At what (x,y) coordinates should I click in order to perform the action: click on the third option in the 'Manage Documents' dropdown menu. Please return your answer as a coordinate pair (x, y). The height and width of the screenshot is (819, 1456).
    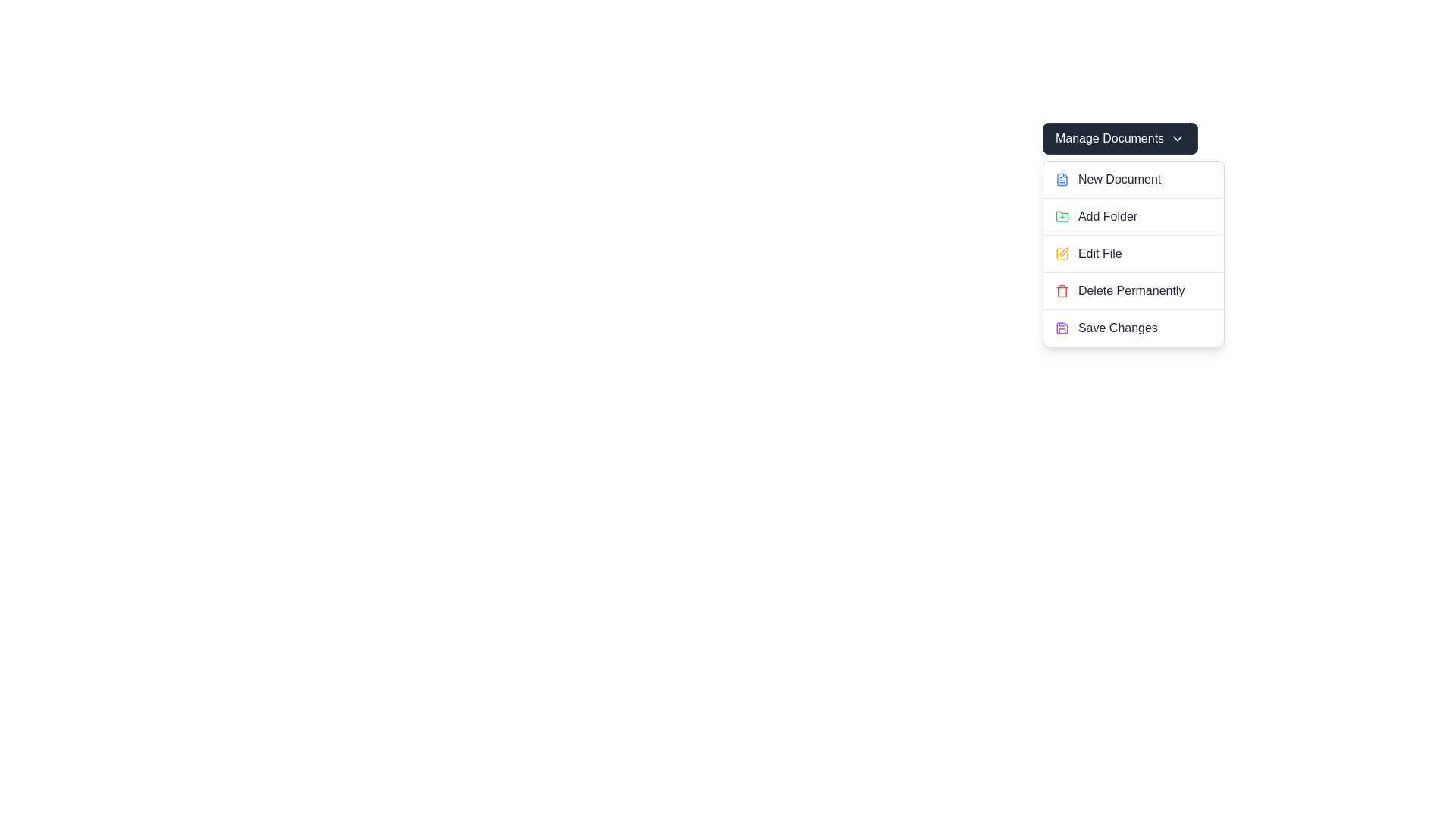
    Looking at the image, I should click on (1132, 253).